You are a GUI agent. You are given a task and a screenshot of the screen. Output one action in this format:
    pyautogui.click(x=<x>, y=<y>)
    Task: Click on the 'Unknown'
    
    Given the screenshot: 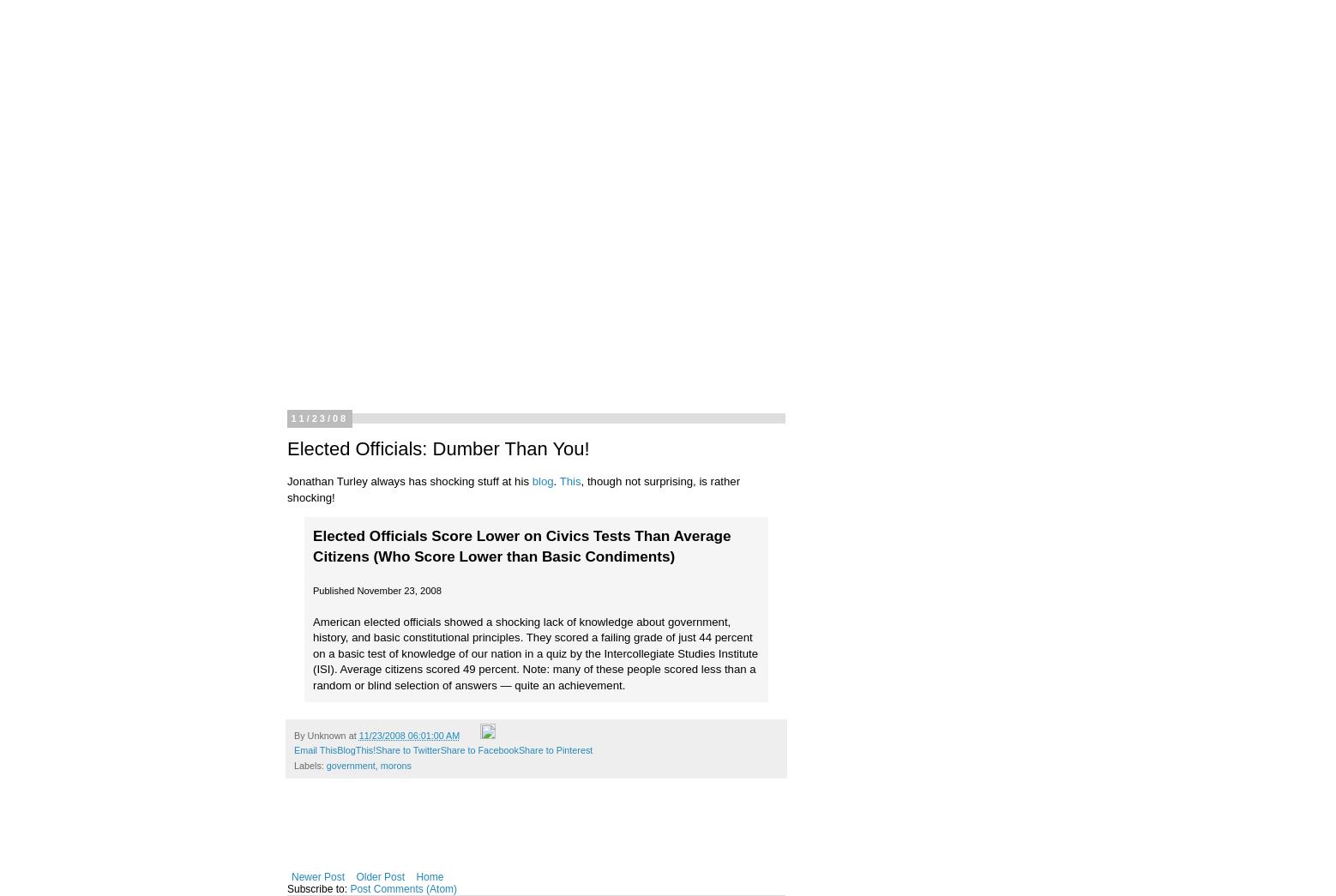 What is the action you would take?
    pyautogui.click(x=307, y=735)
    